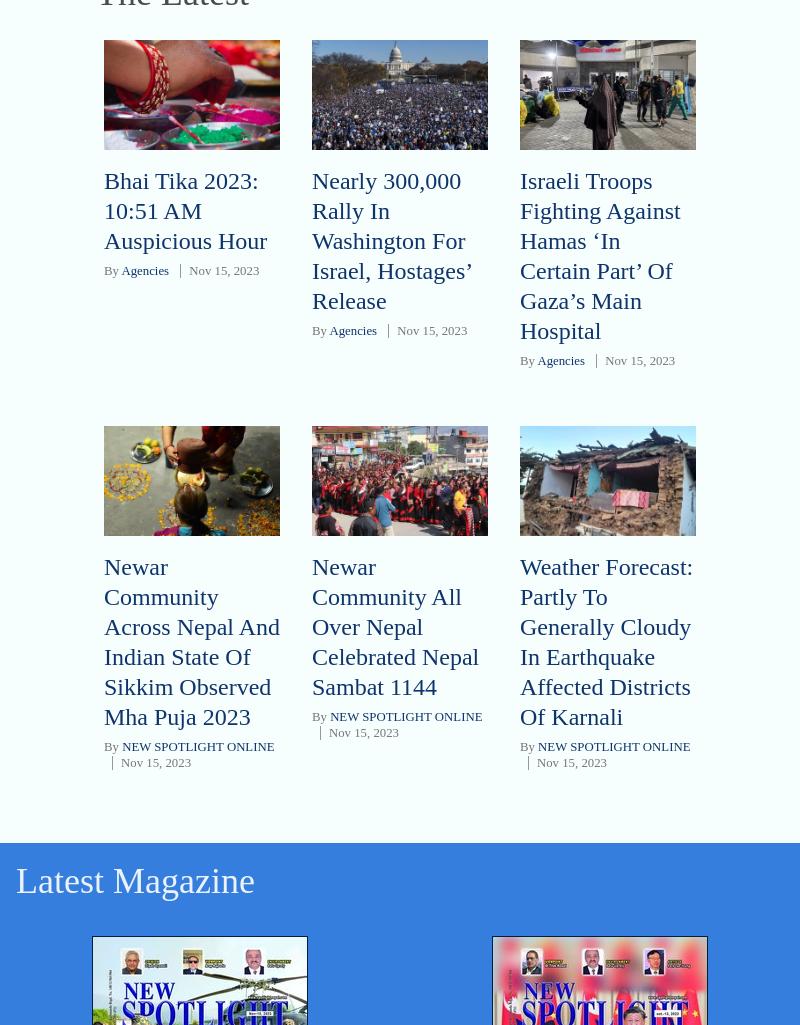 Image resolution: width=800 pixels, height=1025 pixels. Describe the element at coordinates (598, 255) in the screenshot. I see `'Israeli Troops Fighting Against Hamas ‘In Certain Part’ Of Gaza’s Main Hospital'` at that location.